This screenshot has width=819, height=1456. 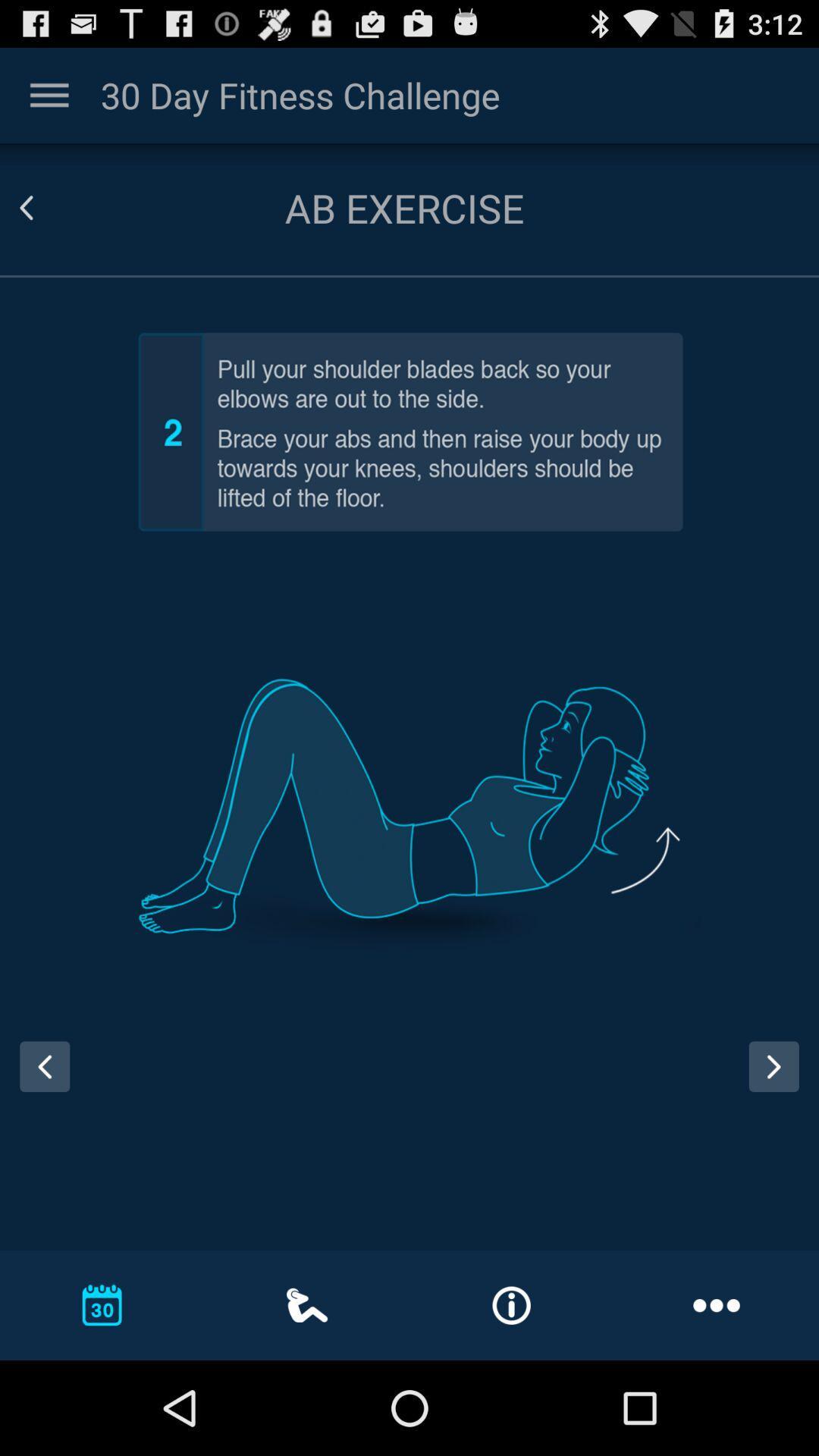 What do you see at coordinates (773, 1065) in the screenshot?
I see `next` at bounding box center [773, 1065].